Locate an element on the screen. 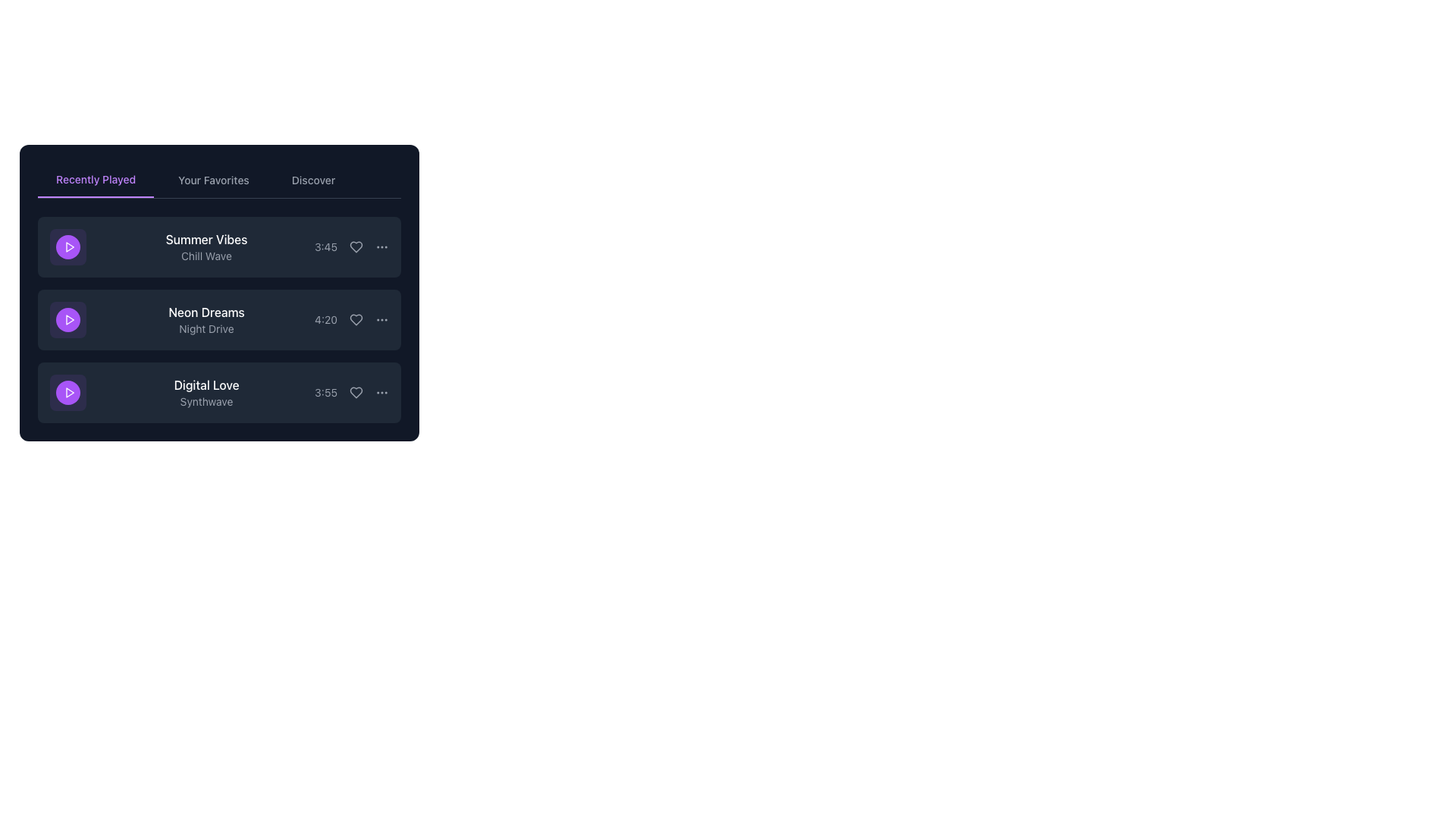  the static text label that serves as the title of the first item in the vertical list, which represents a music track and is positioned above the subtitle 'Chill Wave' is located at coordinates (206, 239).